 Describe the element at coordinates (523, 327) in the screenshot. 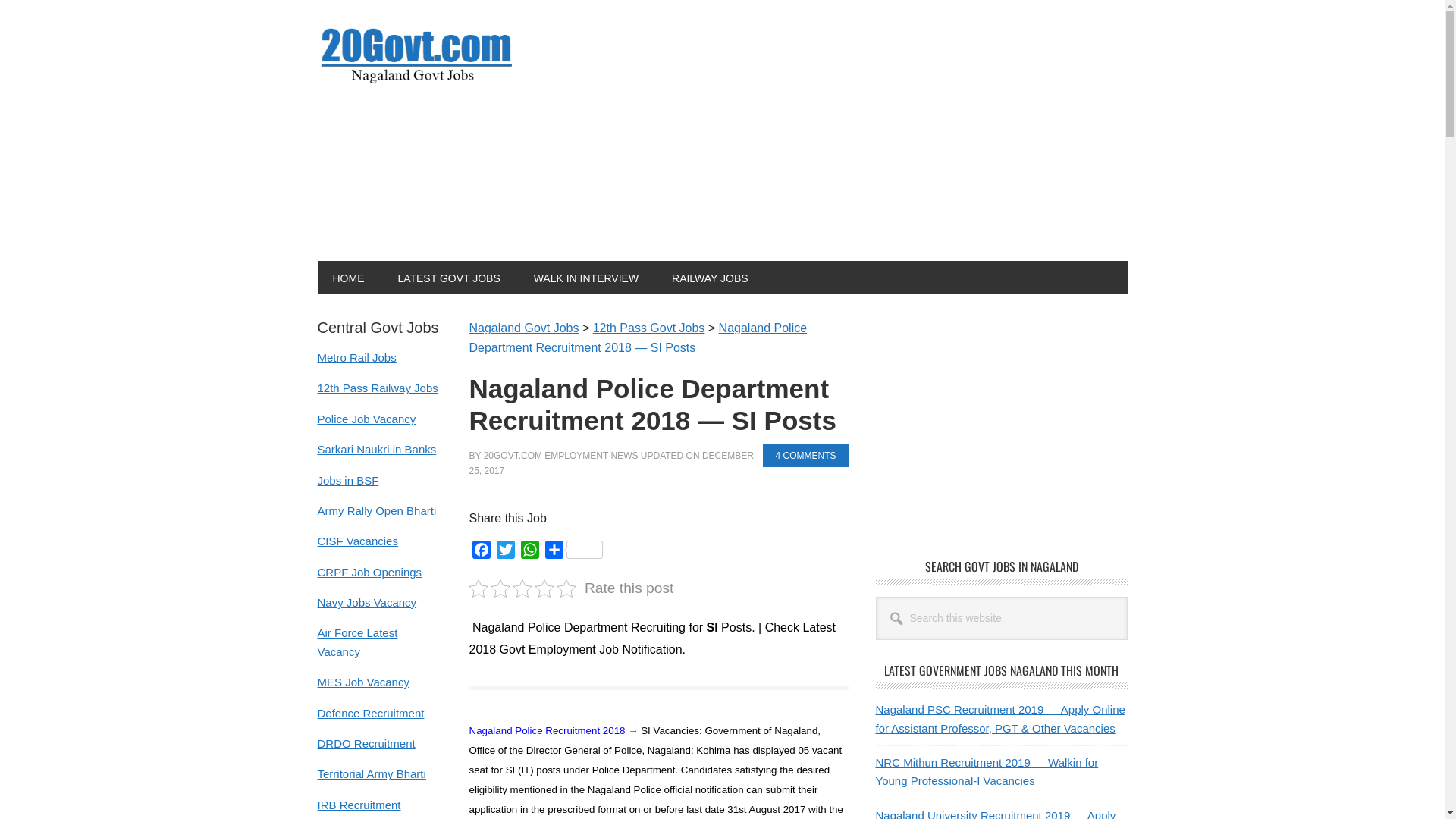

I see `'Nagaland Govt Jobs'` at that location.